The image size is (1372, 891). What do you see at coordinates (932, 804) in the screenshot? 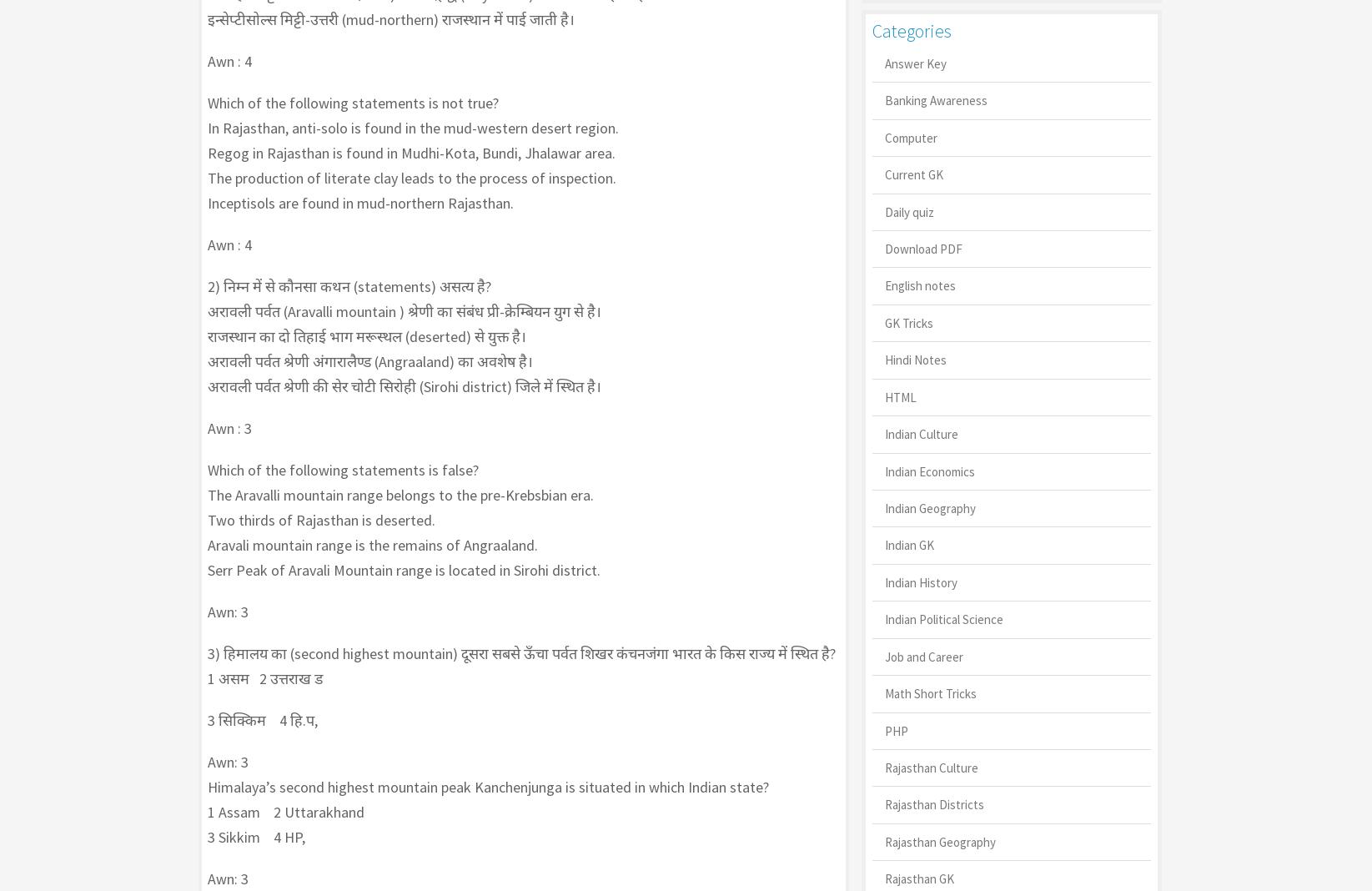
I see `'Rajasthan Districts'` at bounding box center [932, 804].